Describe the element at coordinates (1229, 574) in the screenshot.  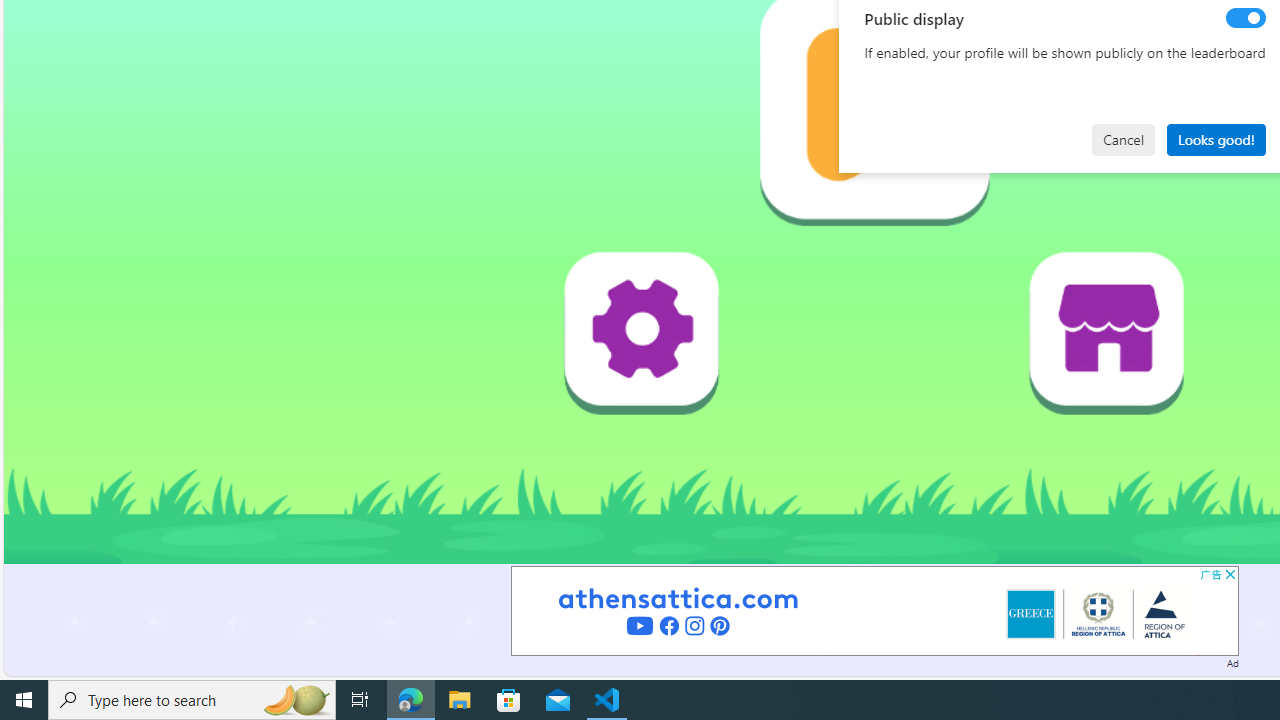
I see `'AutomationID: cbb'` at that location.